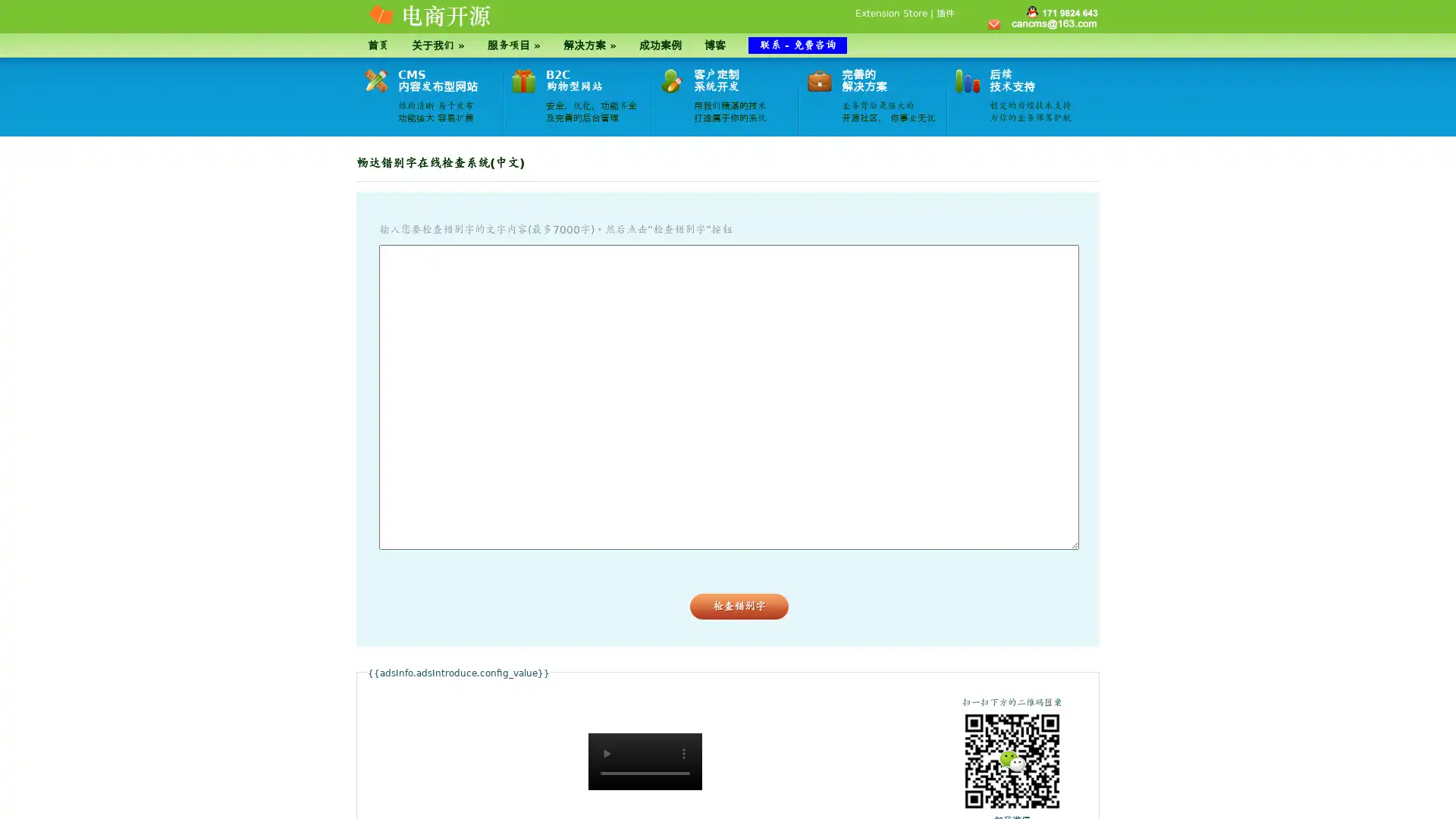  I want to click on play, so click(607, 754).